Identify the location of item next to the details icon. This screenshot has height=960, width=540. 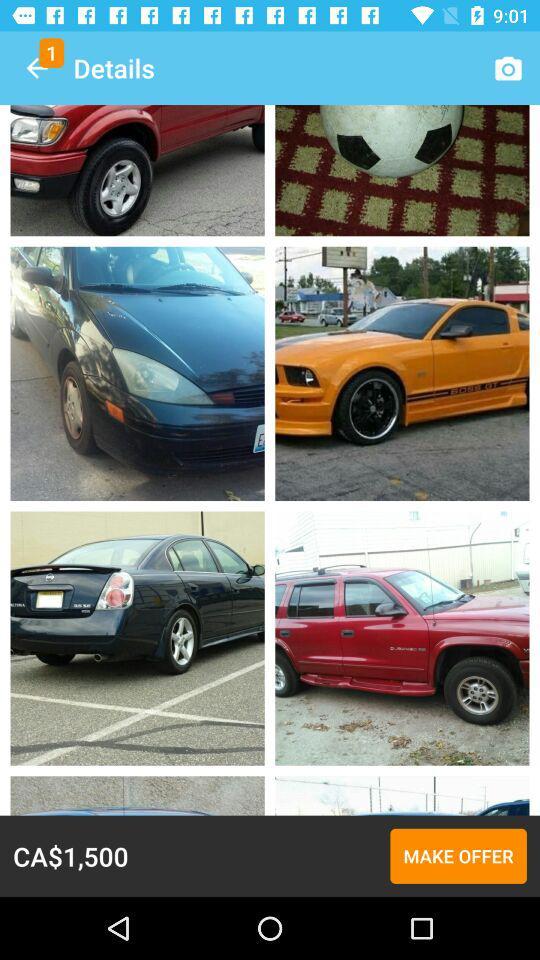
(36, 68).